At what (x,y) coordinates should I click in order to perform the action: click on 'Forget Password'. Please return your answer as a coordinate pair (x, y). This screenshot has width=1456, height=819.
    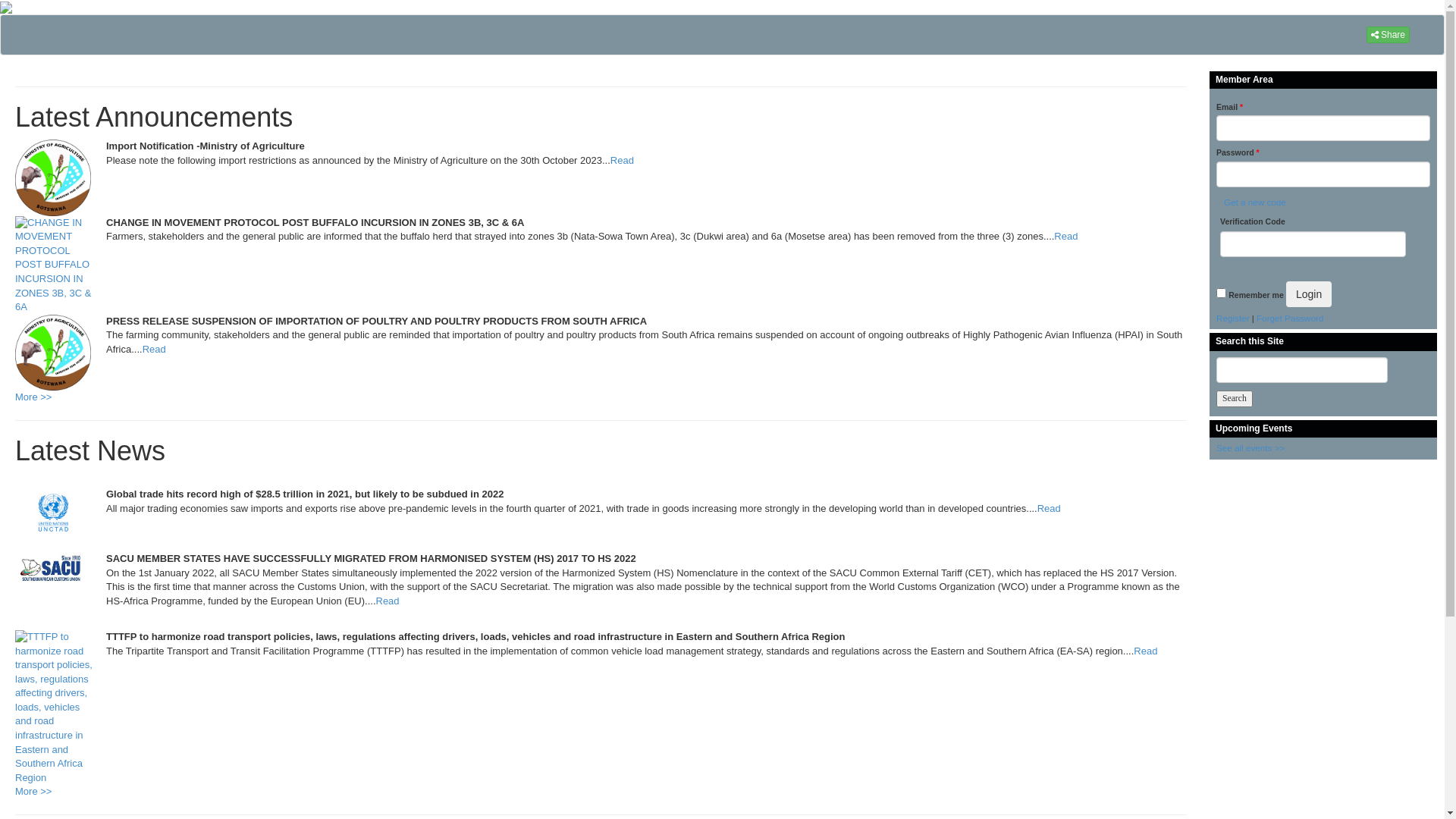
    Looking at the image, I should click on (1288, 317).